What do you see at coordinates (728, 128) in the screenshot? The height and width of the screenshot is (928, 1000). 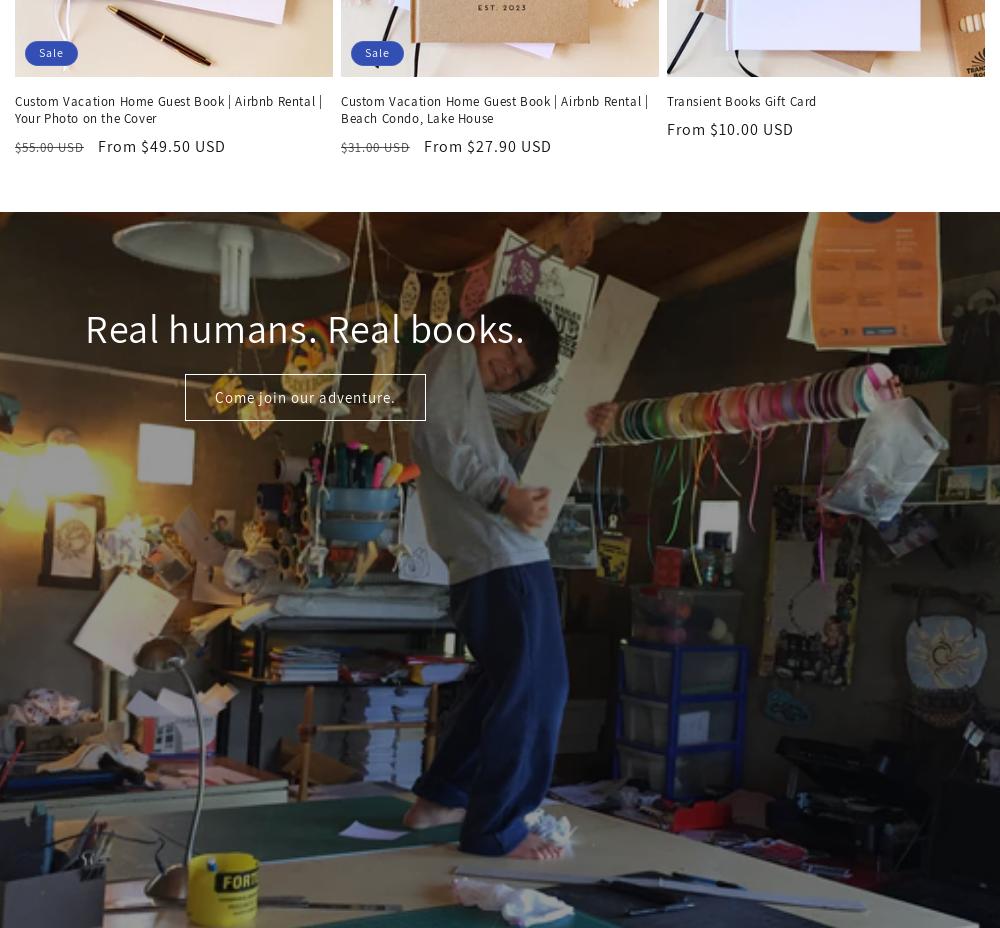 I see `'From $10.00 USD'` at bounding box center [728, 128].